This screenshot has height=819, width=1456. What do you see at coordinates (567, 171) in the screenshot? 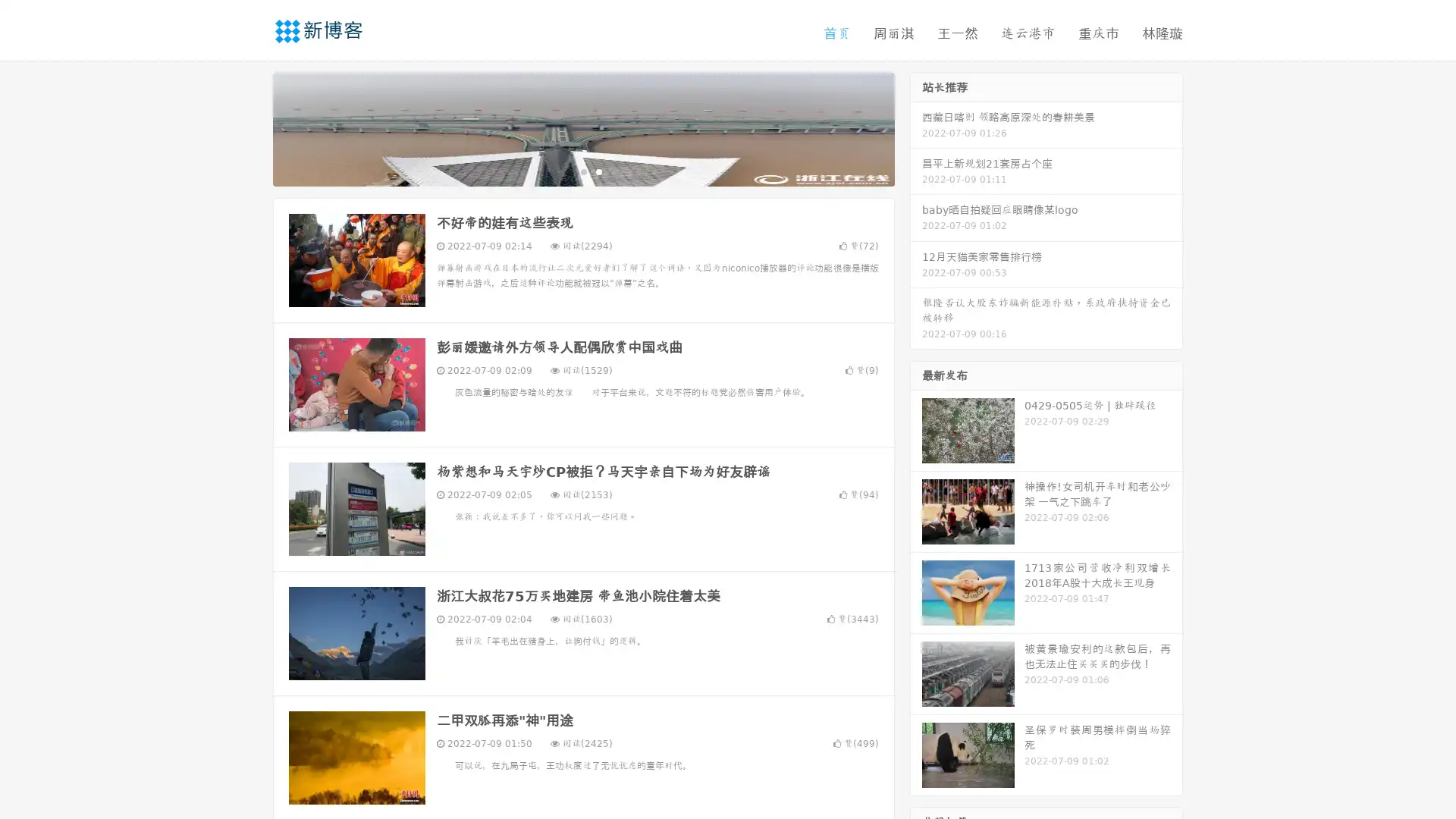
I see `Go to slide 1` at bounding box center [567, 171].